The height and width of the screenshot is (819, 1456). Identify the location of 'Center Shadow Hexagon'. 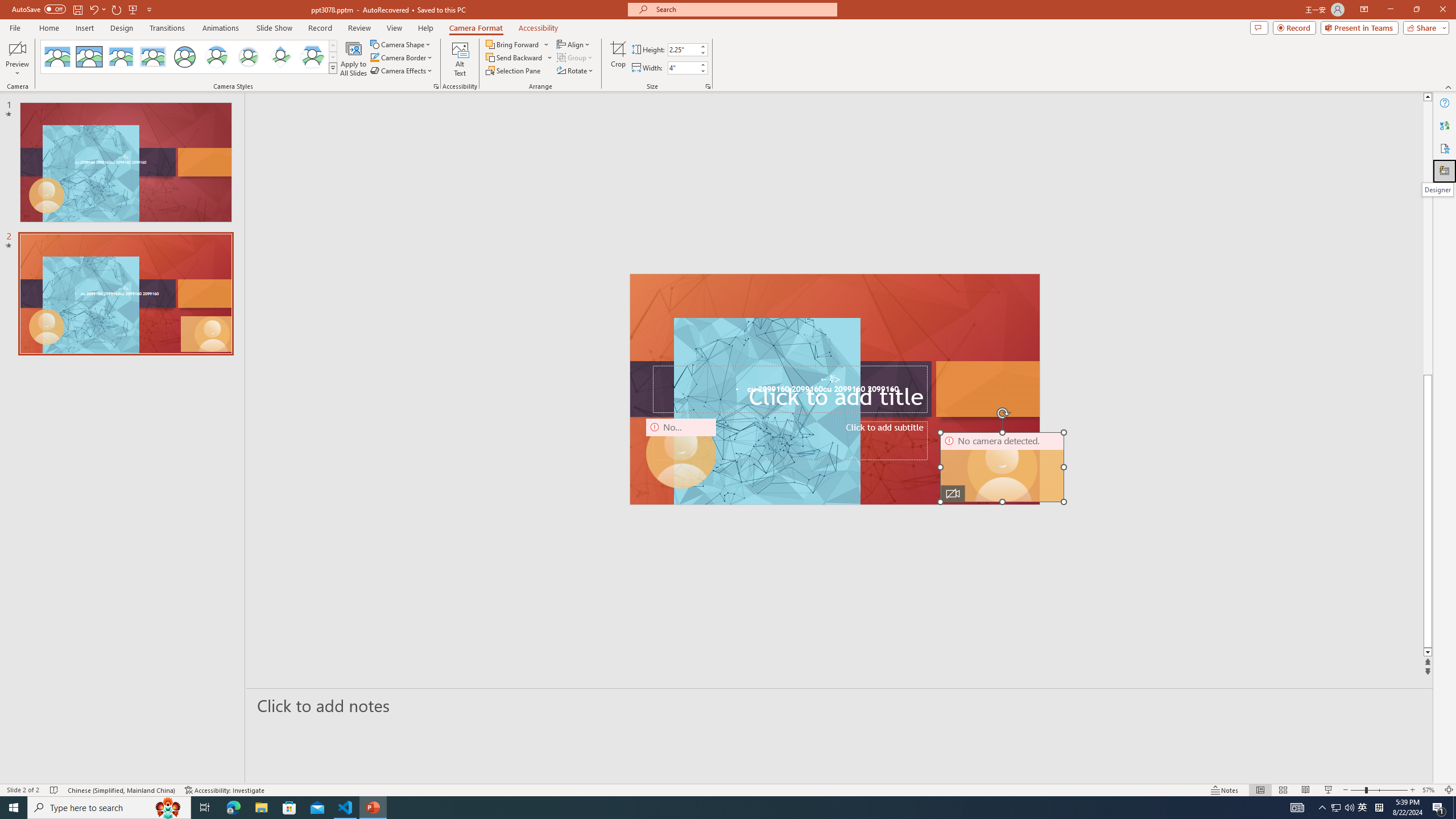
(312, 56).